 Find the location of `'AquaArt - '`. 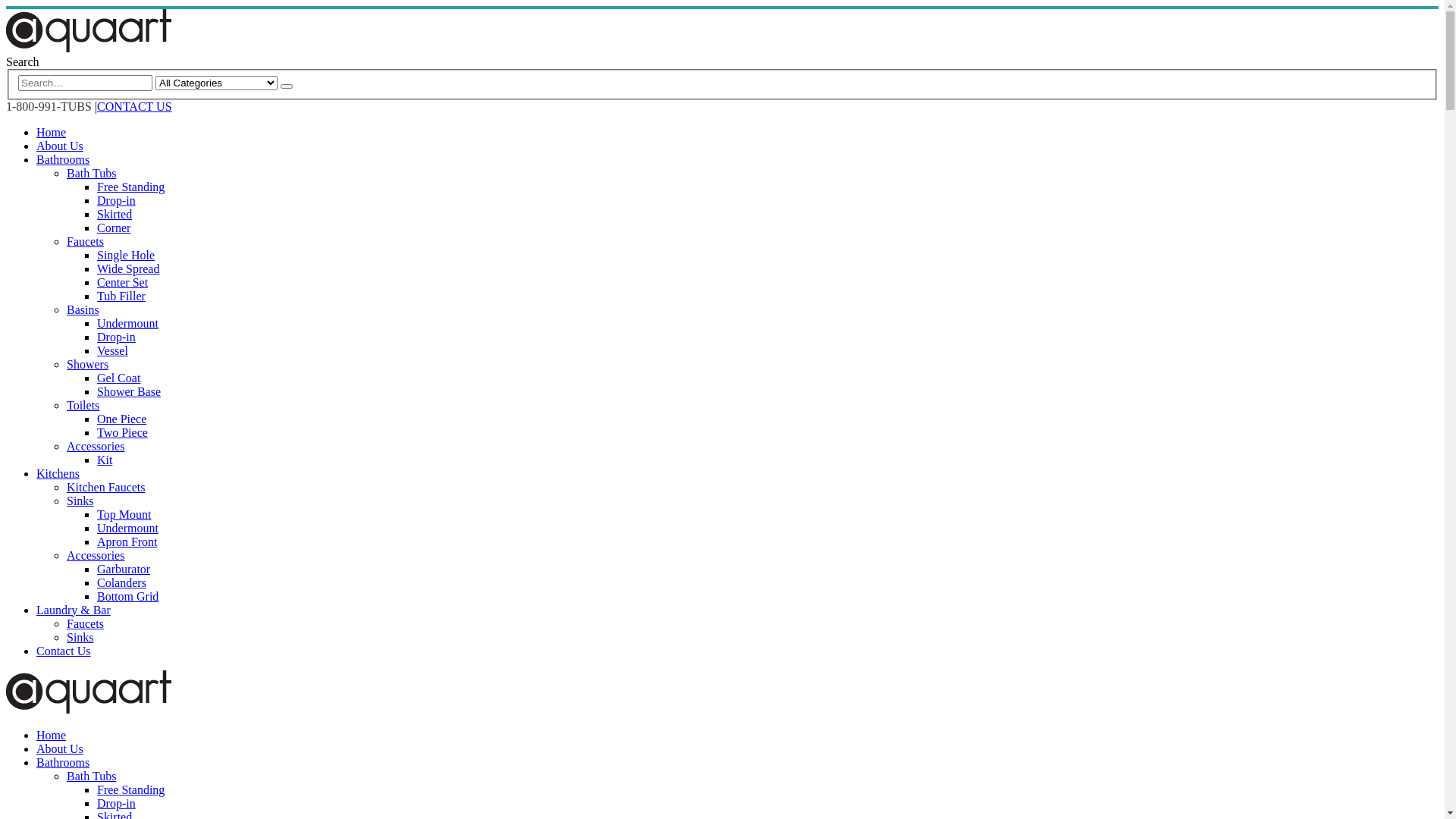

'AquaArt - ' is located at coordinates (87, 709).